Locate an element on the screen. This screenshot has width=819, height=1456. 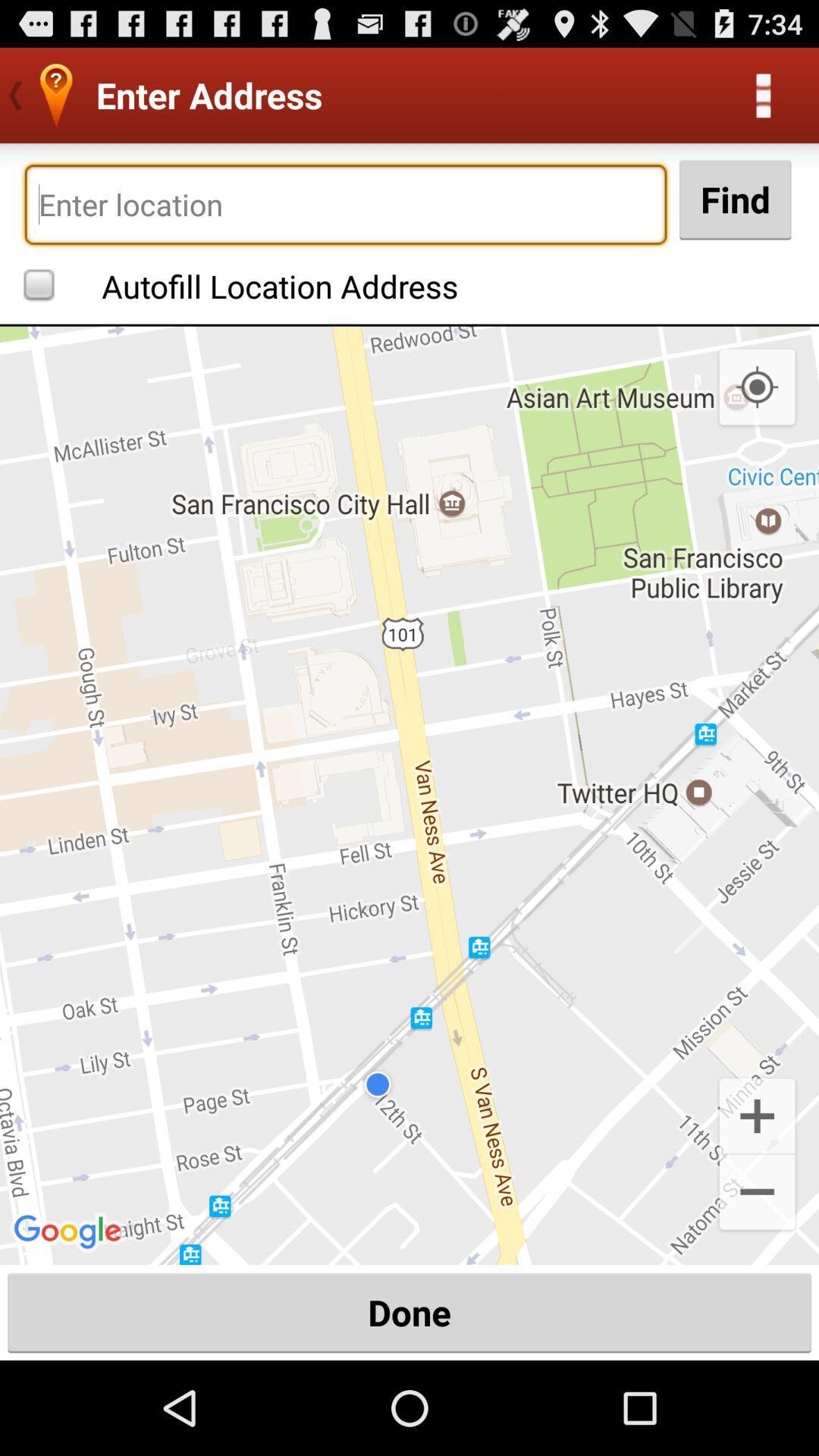
the autofill location address checkbox is located at coordinates (244, 284).